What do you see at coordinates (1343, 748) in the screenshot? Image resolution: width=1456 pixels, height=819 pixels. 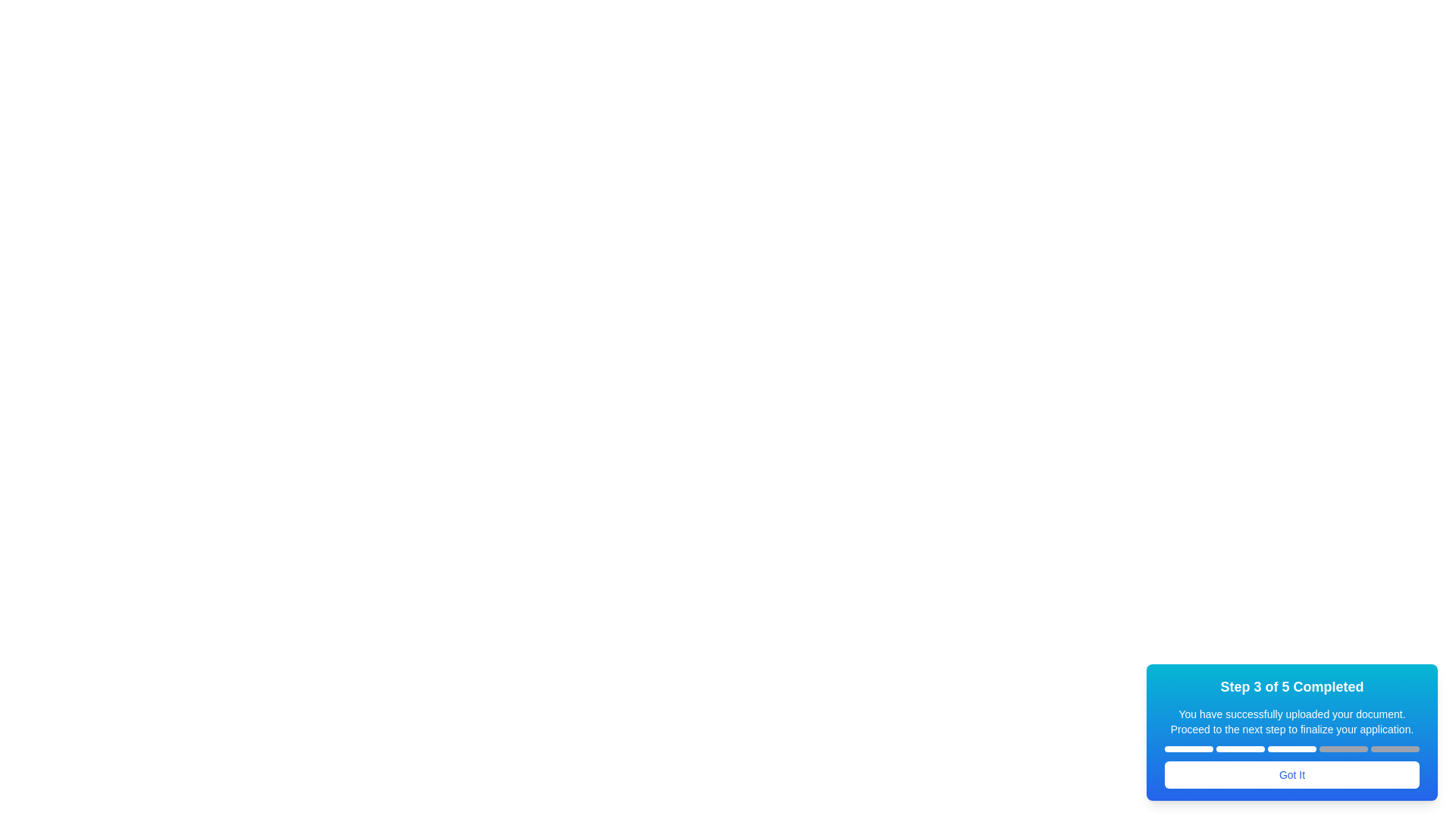 I see `the fourth segment of the static progress bar, which is a small, rounded gray rectangle indicating progress in a stepper control, located under 'Step 3 of 5 Completed'` at bounding box center [1343, 748].